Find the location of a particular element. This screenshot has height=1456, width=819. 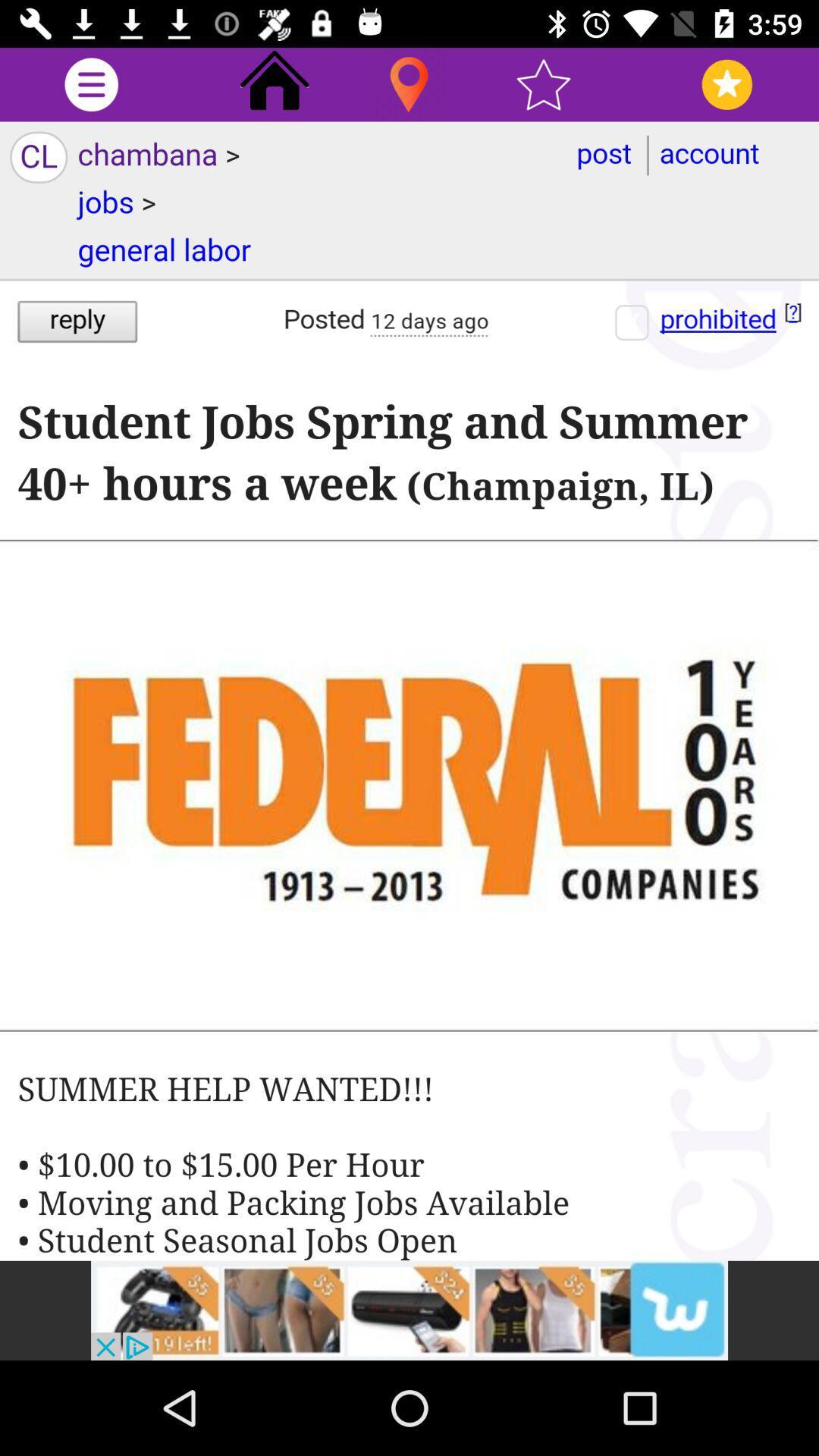

go home is located at coordinates (275, 83).